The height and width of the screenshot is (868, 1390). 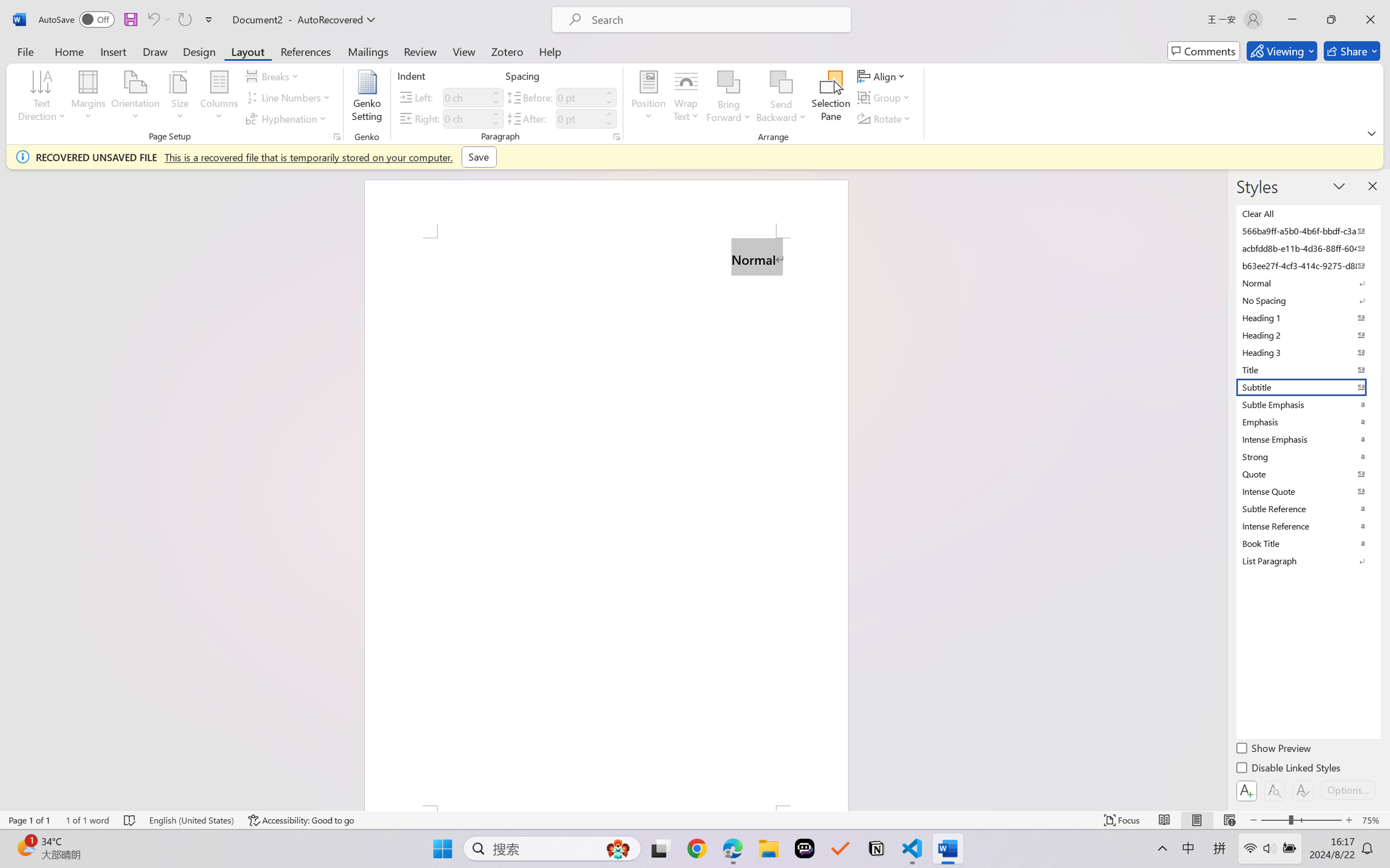 I want to click on 'Normal', so click(x=1307, y=282).